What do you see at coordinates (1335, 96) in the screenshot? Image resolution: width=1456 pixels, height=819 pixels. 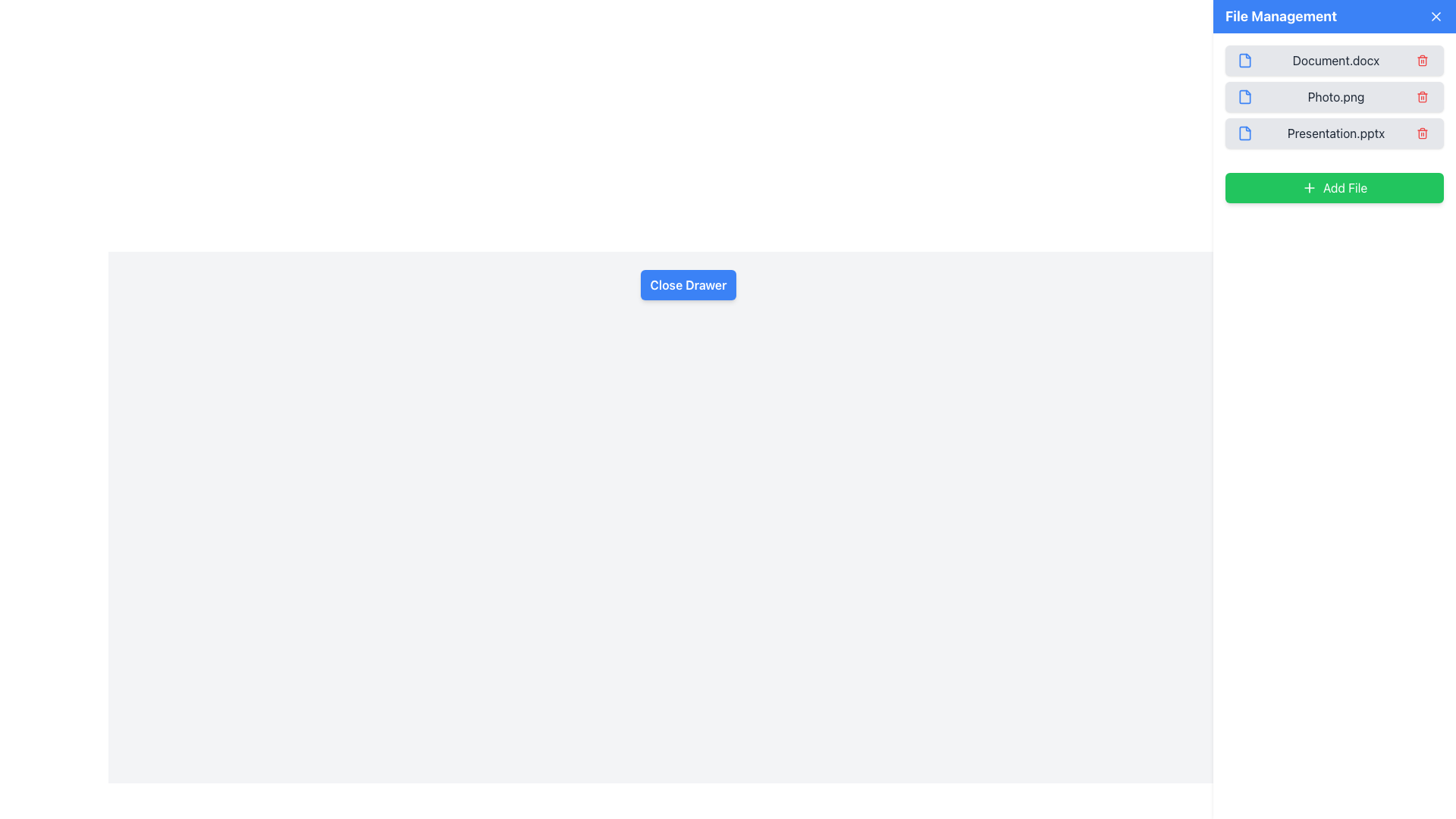 I see `the text label displaying 'Photo.png', which is styled with a gray font and is the second item in a horizontal list within the 'File Management' interface` at bounding box center [1335, 96].